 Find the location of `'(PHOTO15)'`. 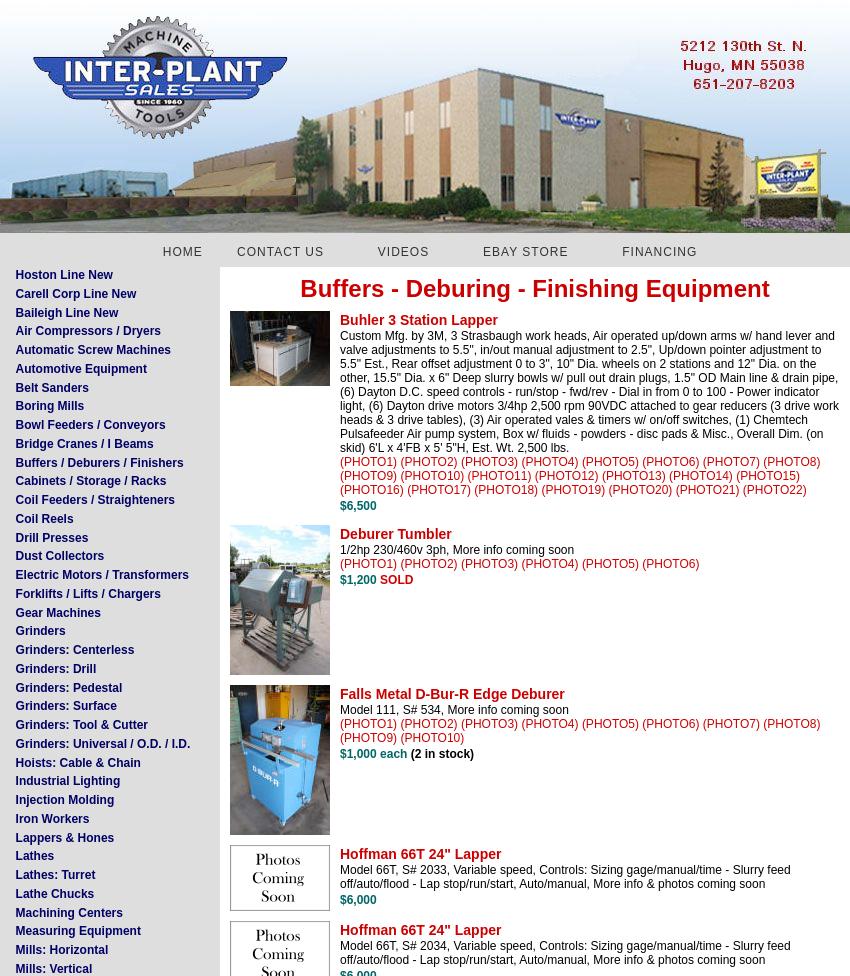

'(PHOTO15)' is located at coordinates (766, 474).